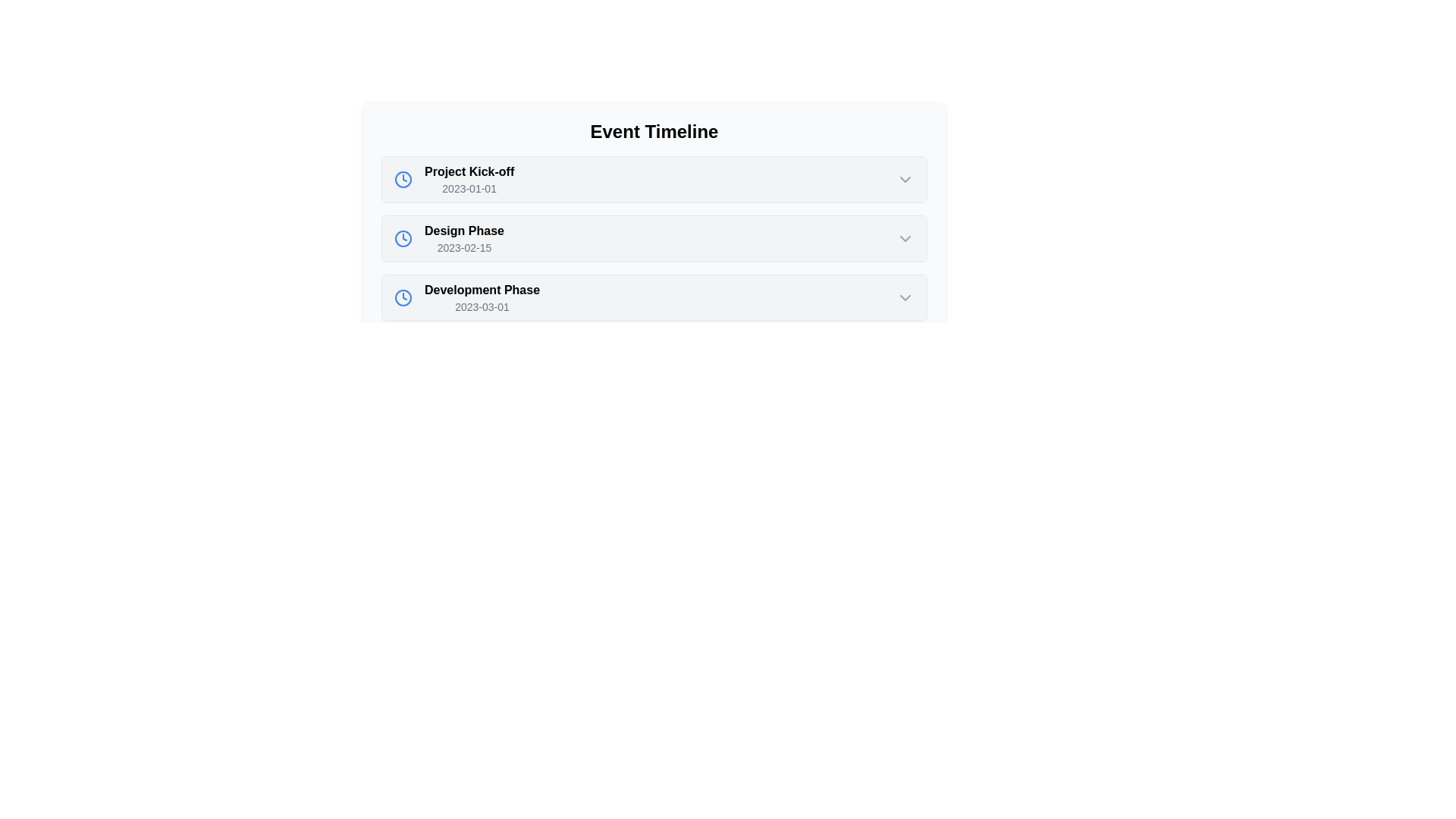 The image size is (1456, 819). I want to click on the 'Project Kick-off' text block located under the 'Event Timeline' heading, which is the first item in the event timeline list, so click(469, 178).